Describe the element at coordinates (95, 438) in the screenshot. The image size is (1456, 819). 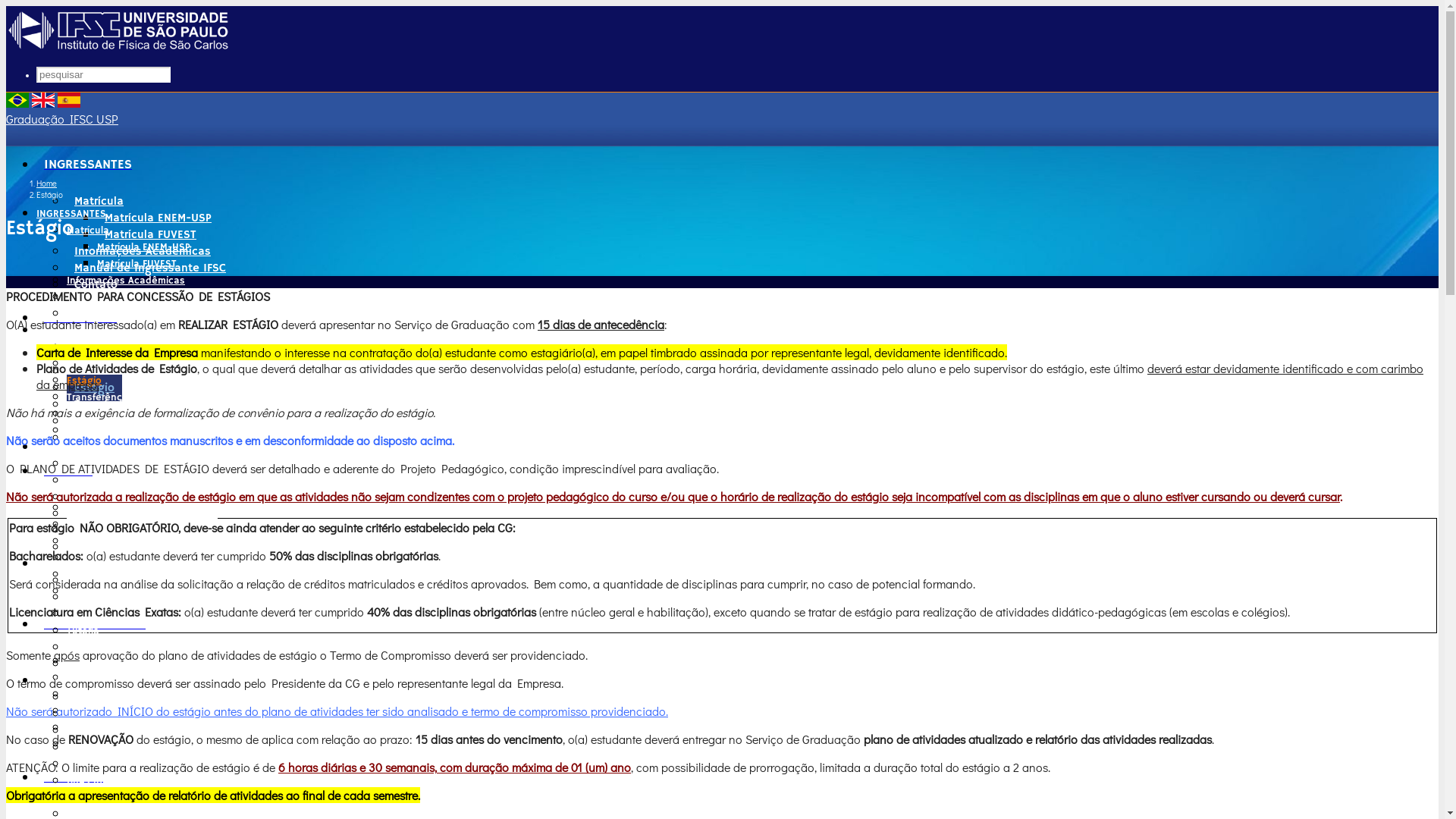
I see `'Eventos'` at that location.